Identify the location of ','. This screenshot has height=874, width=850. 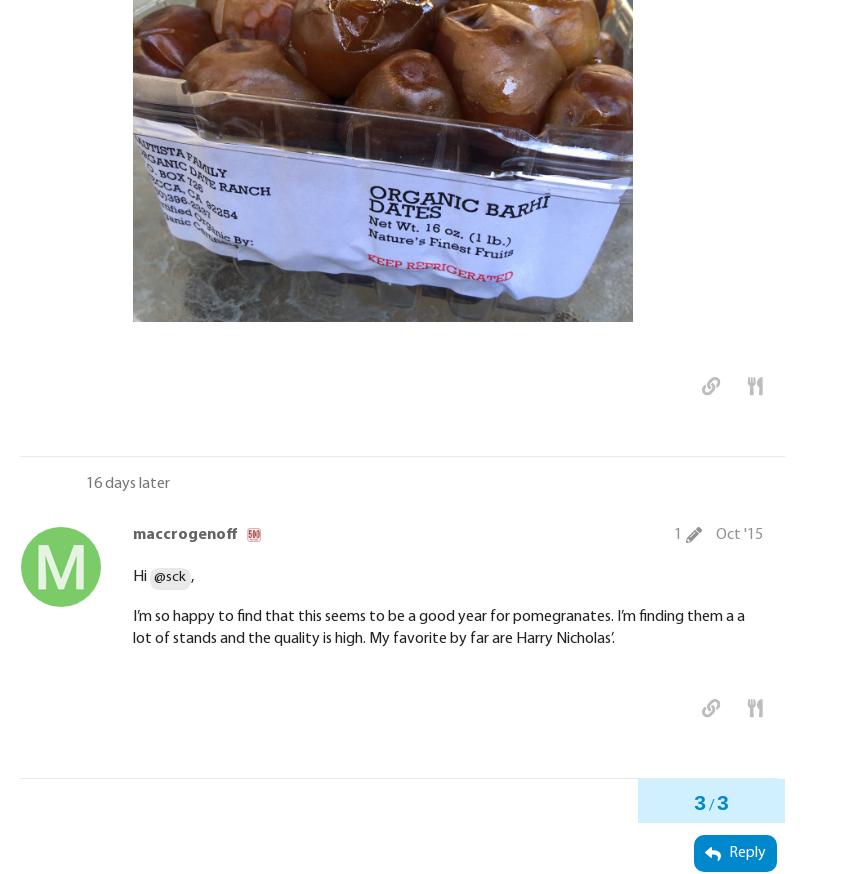
(190, 577).